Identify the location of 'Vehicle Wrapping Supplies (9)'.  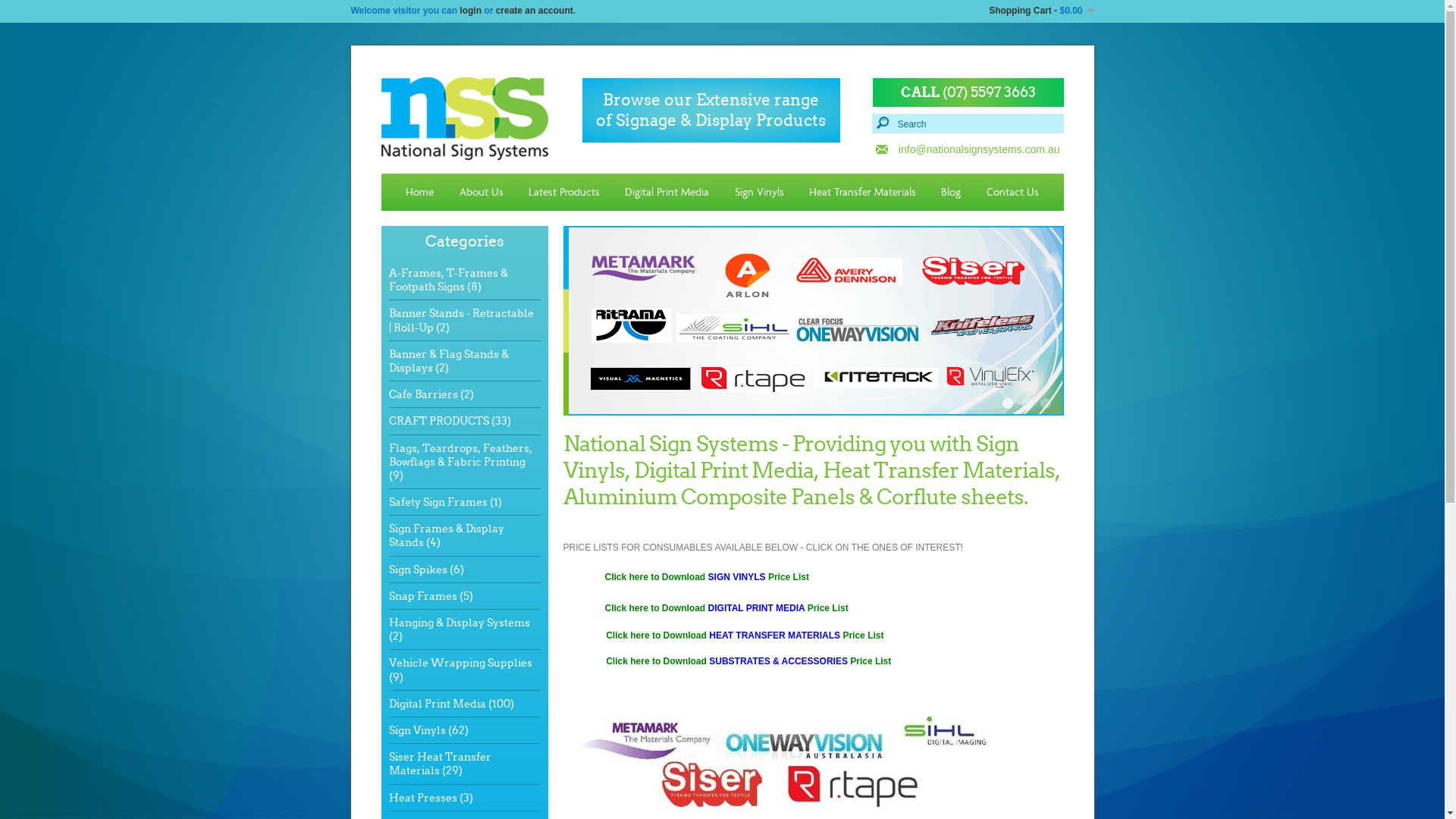
(459, 669).